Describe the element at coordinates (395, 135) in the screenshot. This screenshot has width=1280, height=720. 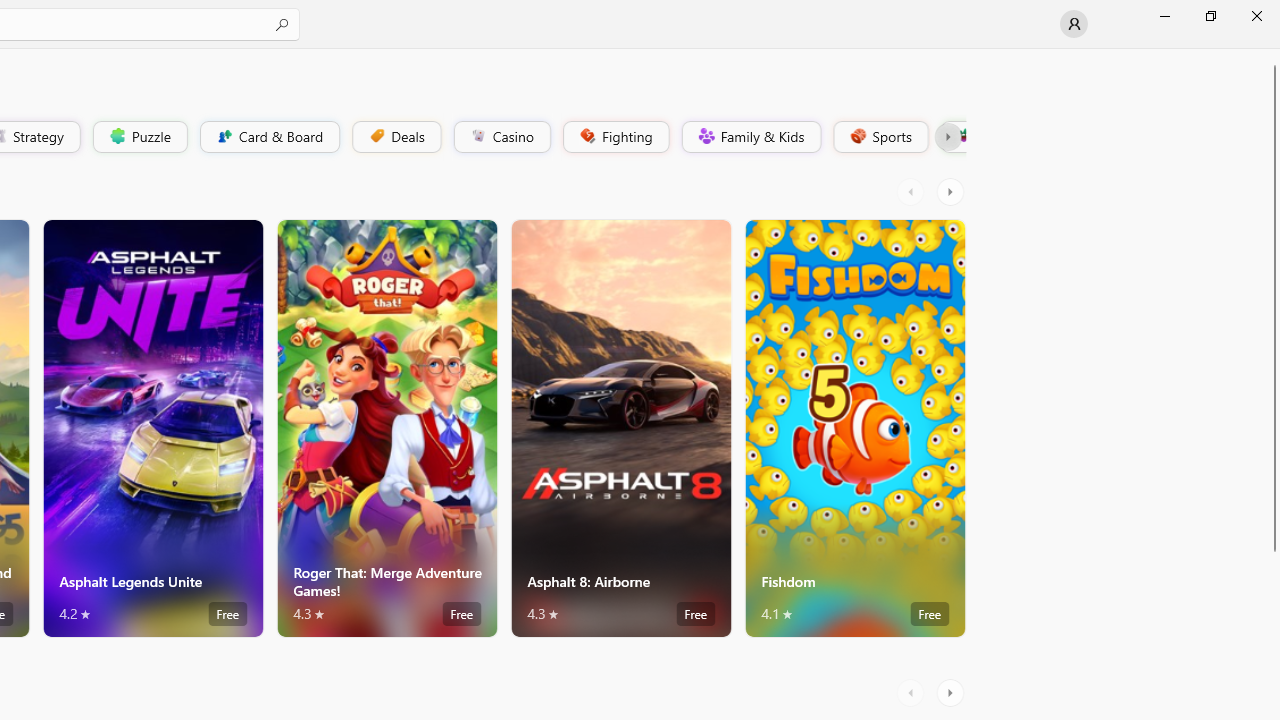
I see `'Deals'` at that location.